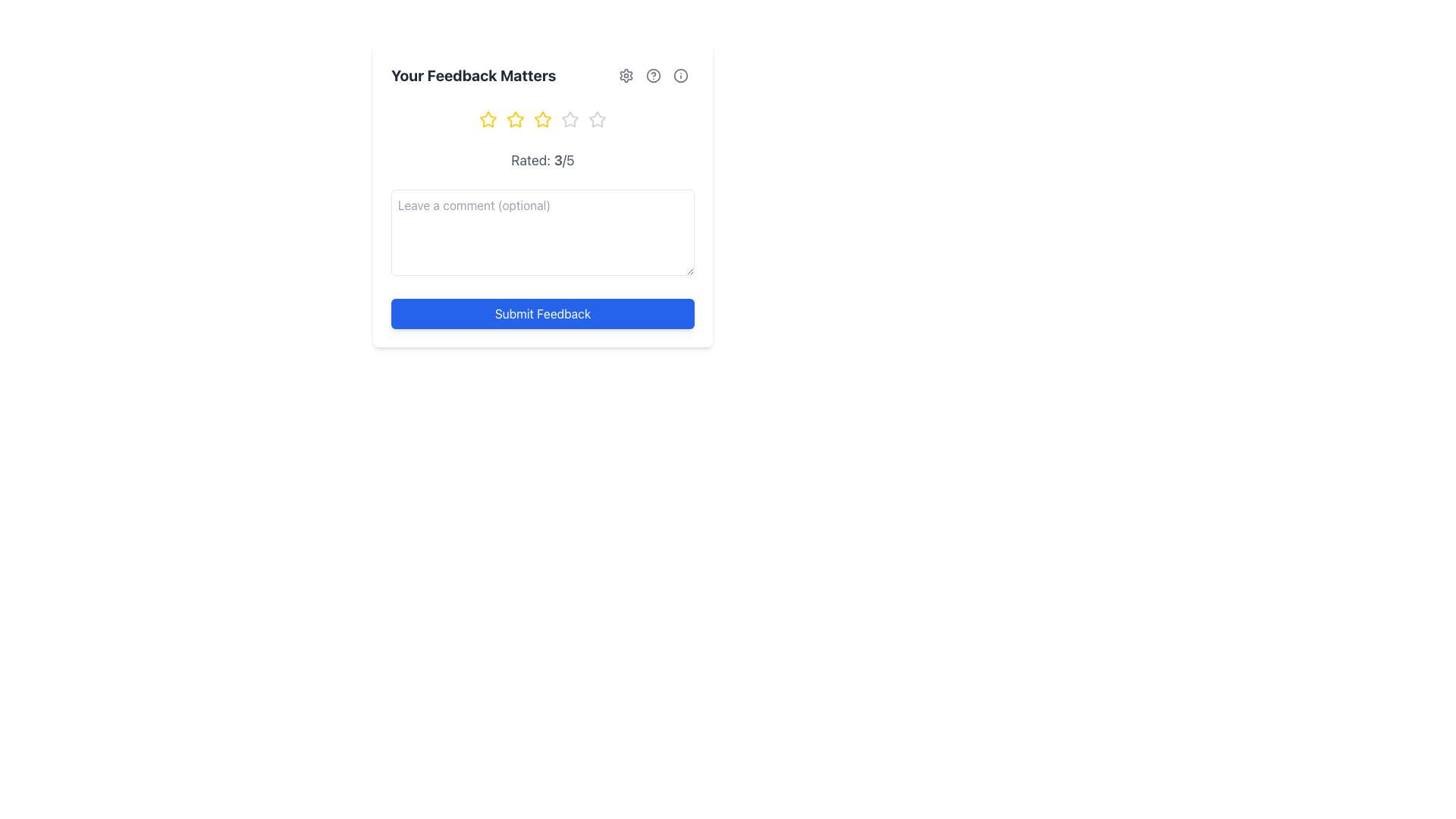 This screenshot has height=819, width=1456. What do you see at coordinates (488, 119) in the screenshot?
I see `the second Interactive Rating Star in the feedback card layout to set the rating` at bounding box center [488, 119].